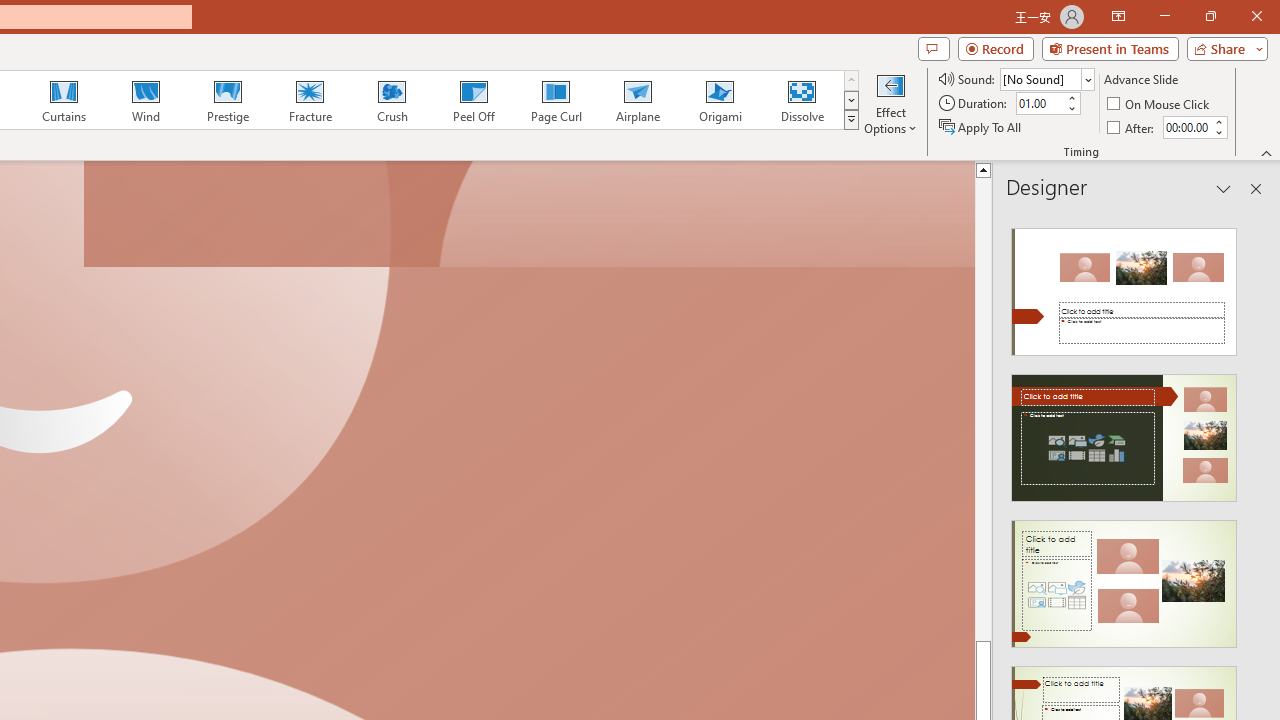 The image size is (1280, 720). What do you see at coordinates (64, 100) in the screenshot?
I see `'Curtains'` at bounding box center [64, 100].